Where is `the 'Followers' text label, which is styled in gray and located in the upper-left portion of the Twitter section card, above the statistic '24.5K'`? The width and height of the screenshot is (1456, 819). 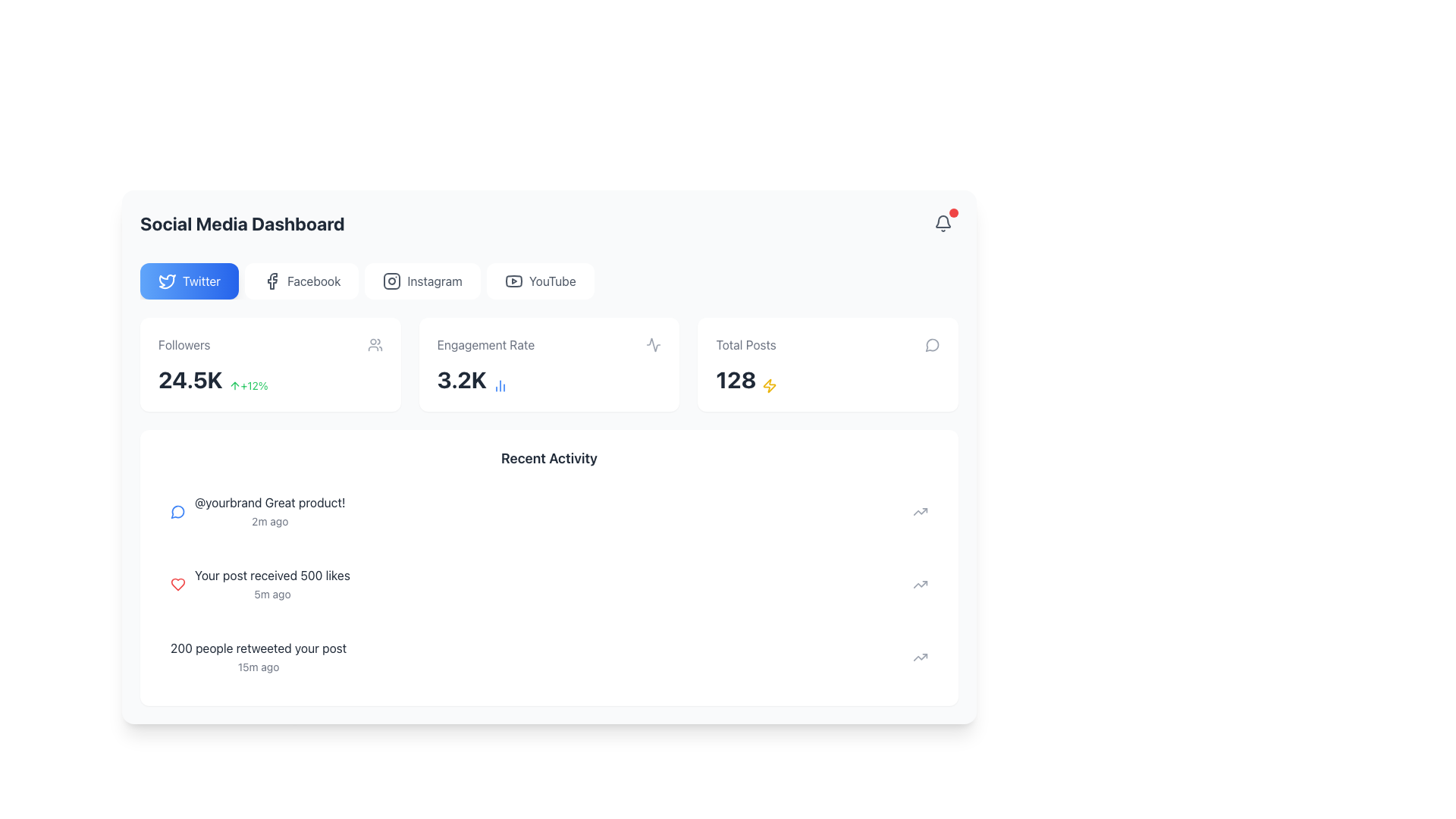 the 'Followers' text label, which is styled in gray and located in the upper-left portion of the Twitter section card, above the statistic '24.5K' is located at coordinates (184, 345).